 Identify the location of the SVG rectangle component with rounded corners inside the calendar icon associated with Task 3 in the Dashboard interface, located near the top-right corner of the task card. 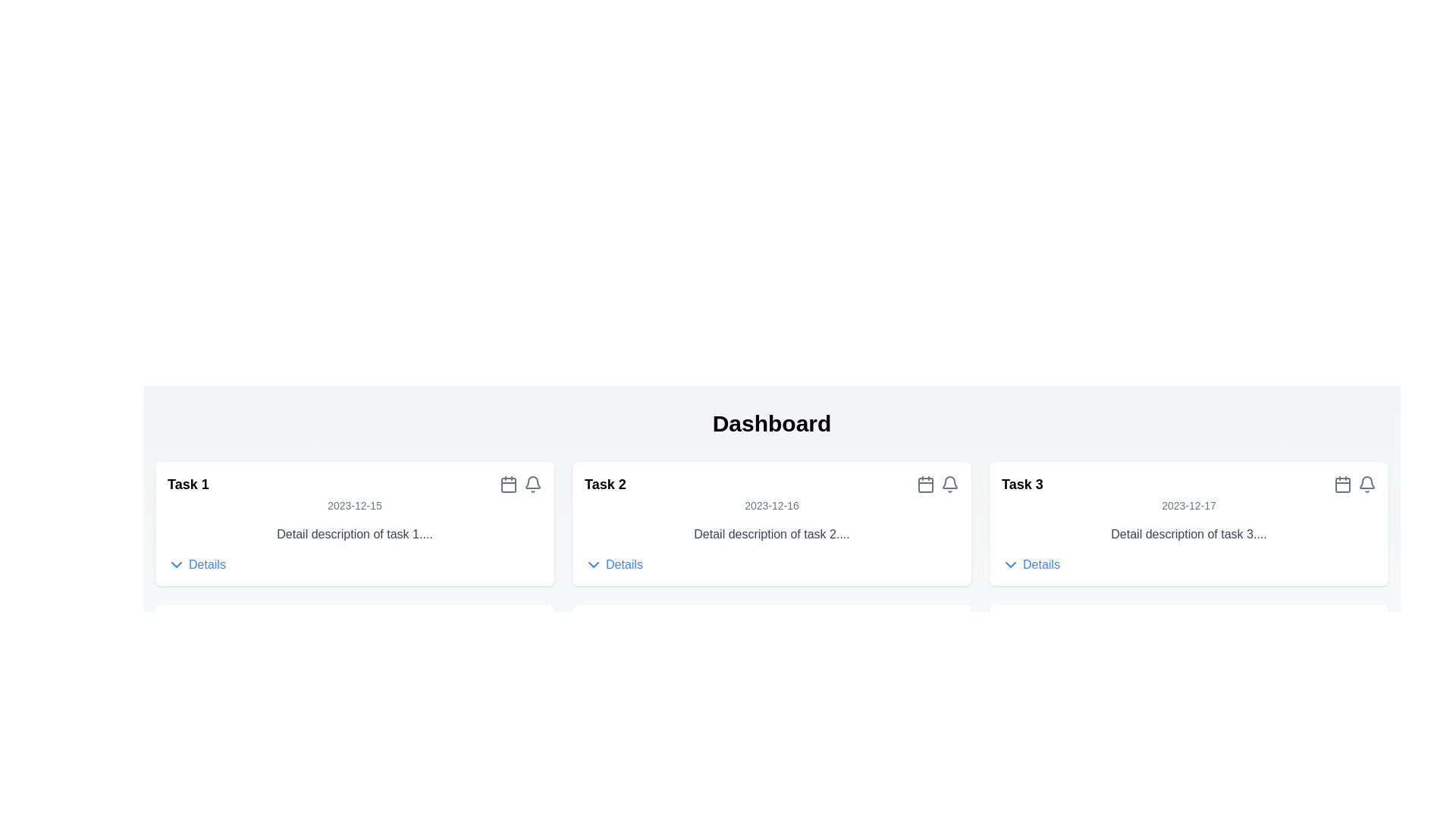
(1343, 485).